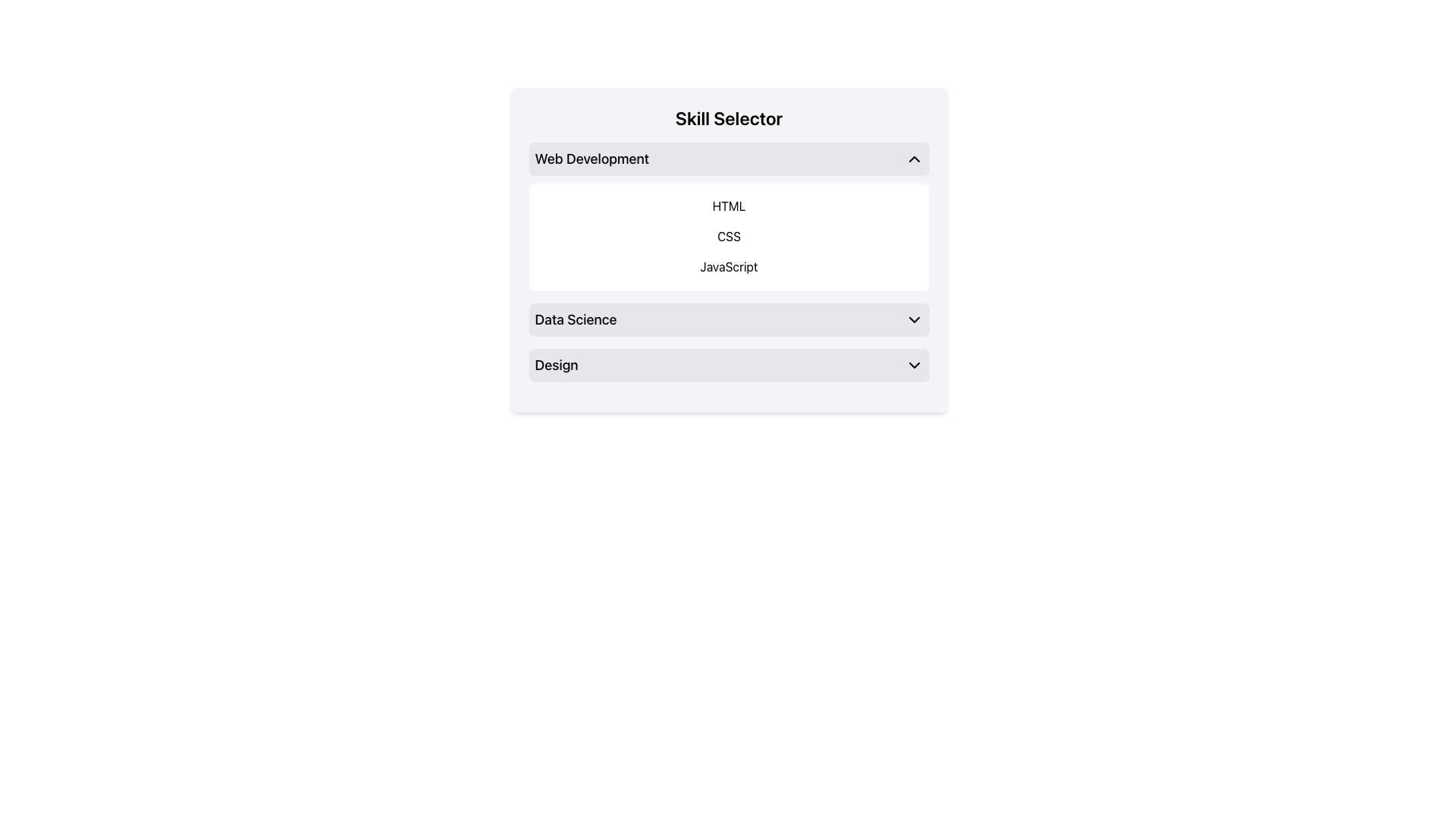 This screenshot has width=1456, height=819. Describe the element at coordinates (556, 366) in the screenshot. I see `the text label displaying the word 'Design' in bold within the 'Skill Selector' interface under the 'Data Science' header` at that location.